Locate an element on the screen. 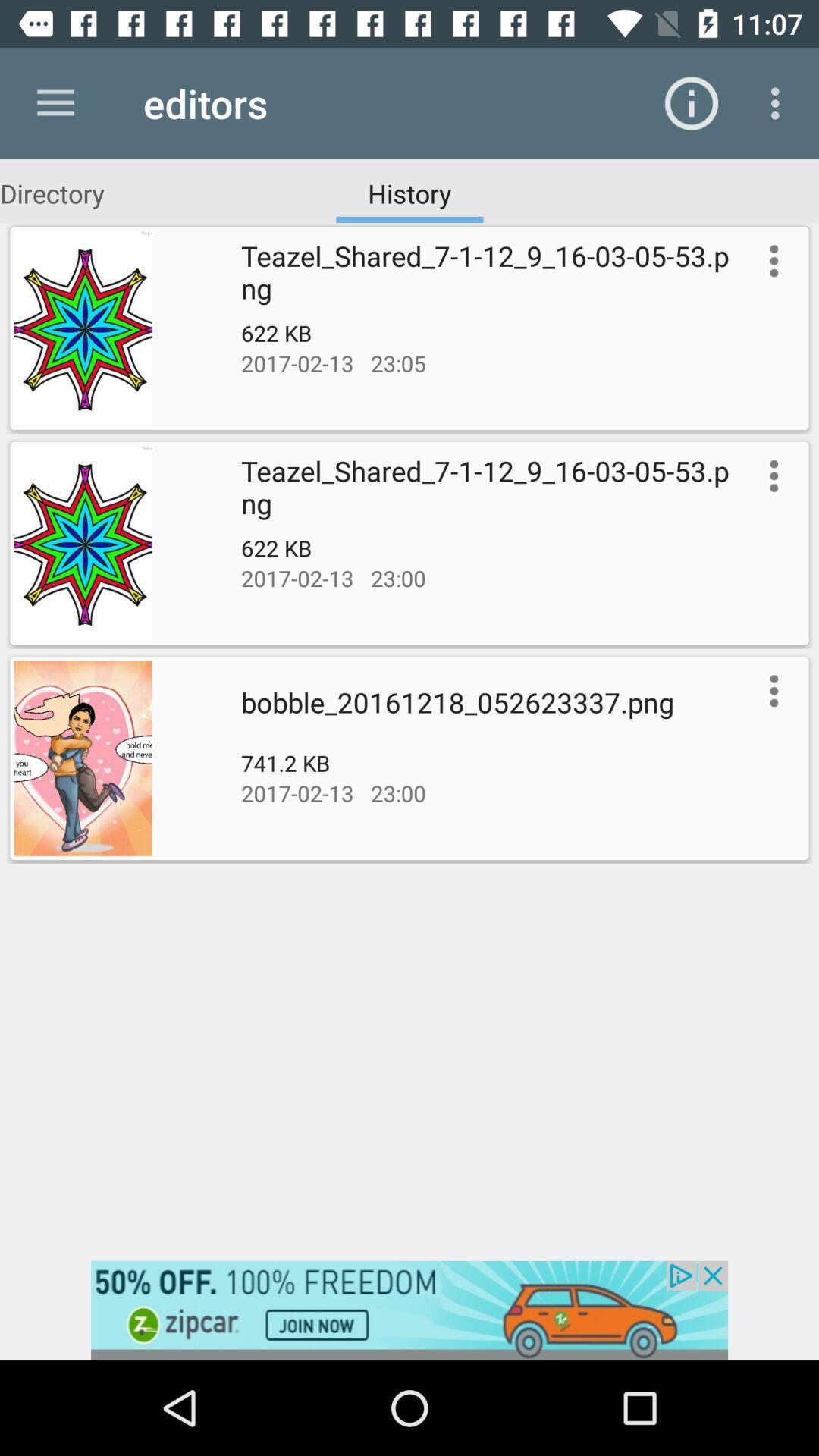 This screenshot has height=1456, width=819. more options is located at coordinates (770, 261).